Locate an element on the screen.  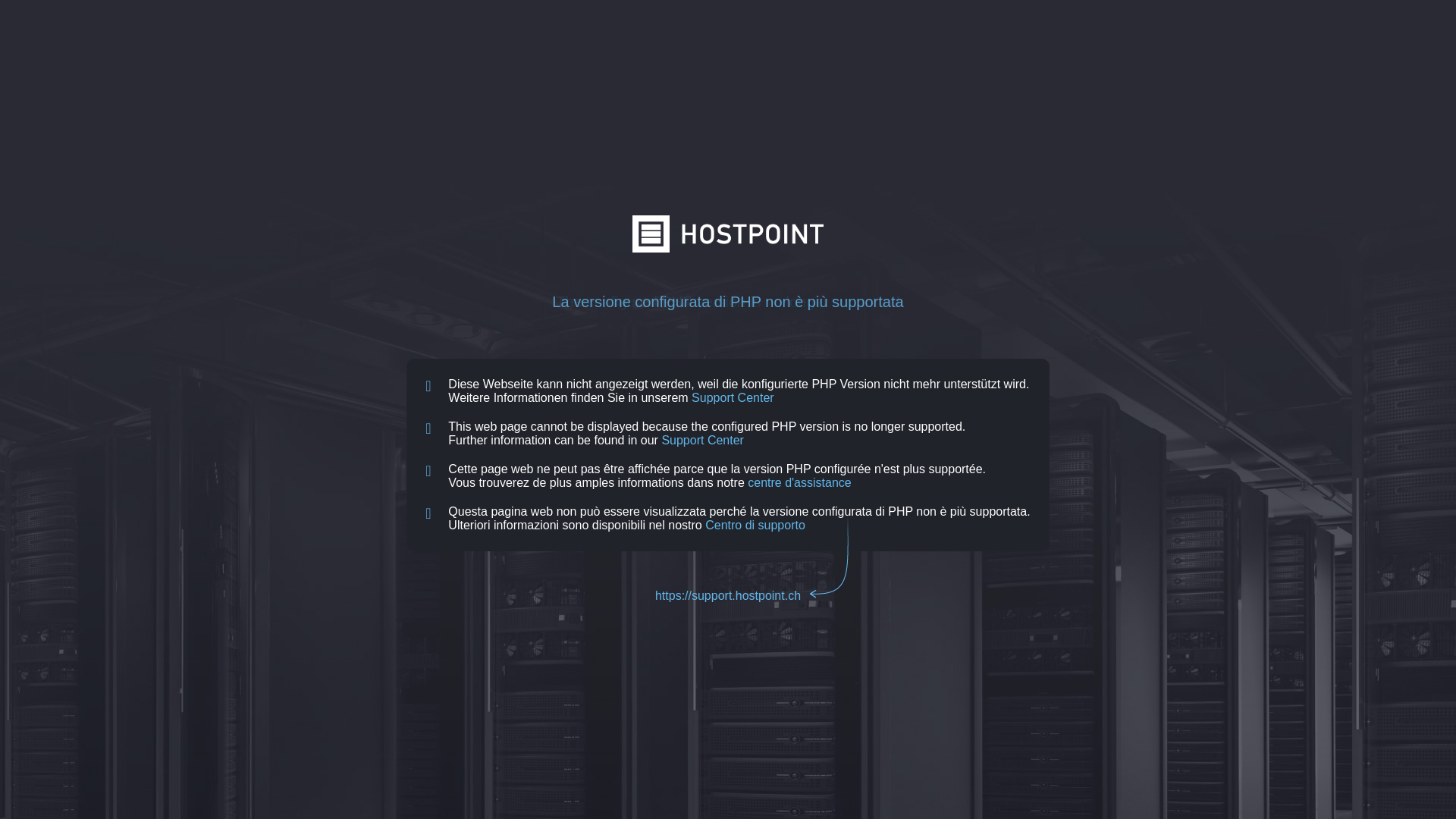
'https://support.hostpoint.ch' is located at coordinates (728, 595).